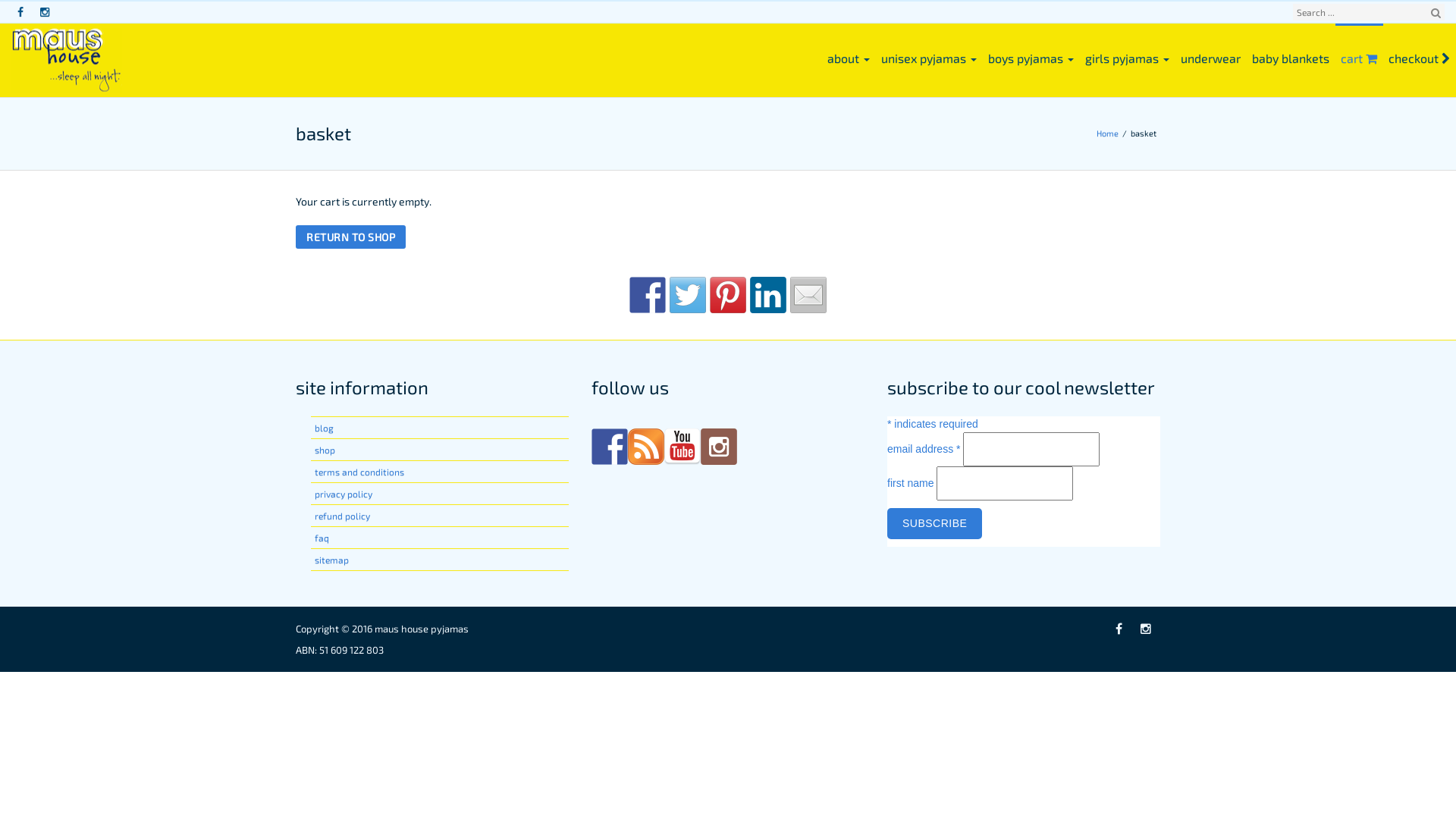  Describe the element at coordinates (934, 522) in the screenshot. I see `'subscribe'` at that location.